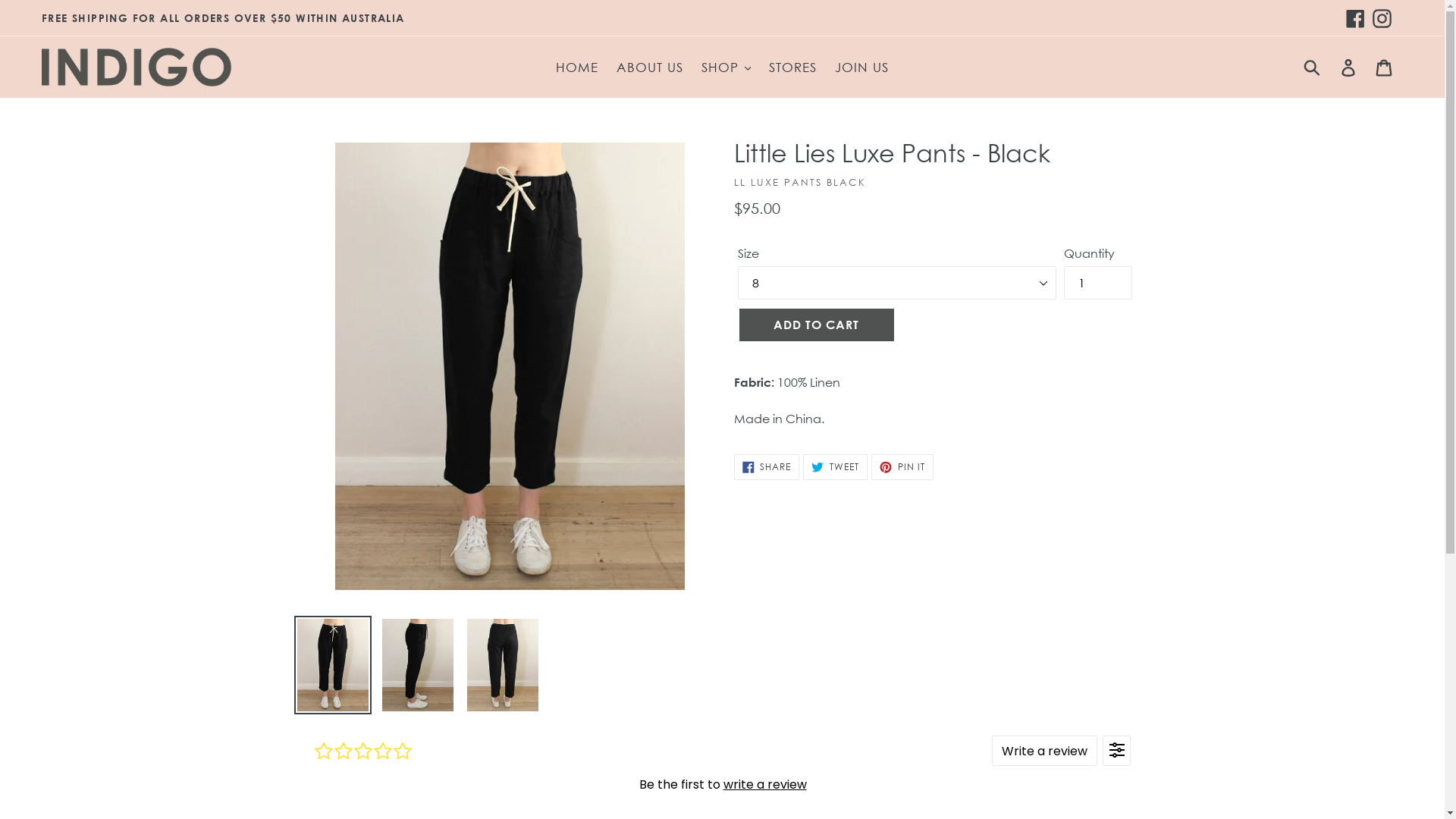 The width and height of the screenshot is (1456, 819). I want to click on 'STORES', so click(761, 66).